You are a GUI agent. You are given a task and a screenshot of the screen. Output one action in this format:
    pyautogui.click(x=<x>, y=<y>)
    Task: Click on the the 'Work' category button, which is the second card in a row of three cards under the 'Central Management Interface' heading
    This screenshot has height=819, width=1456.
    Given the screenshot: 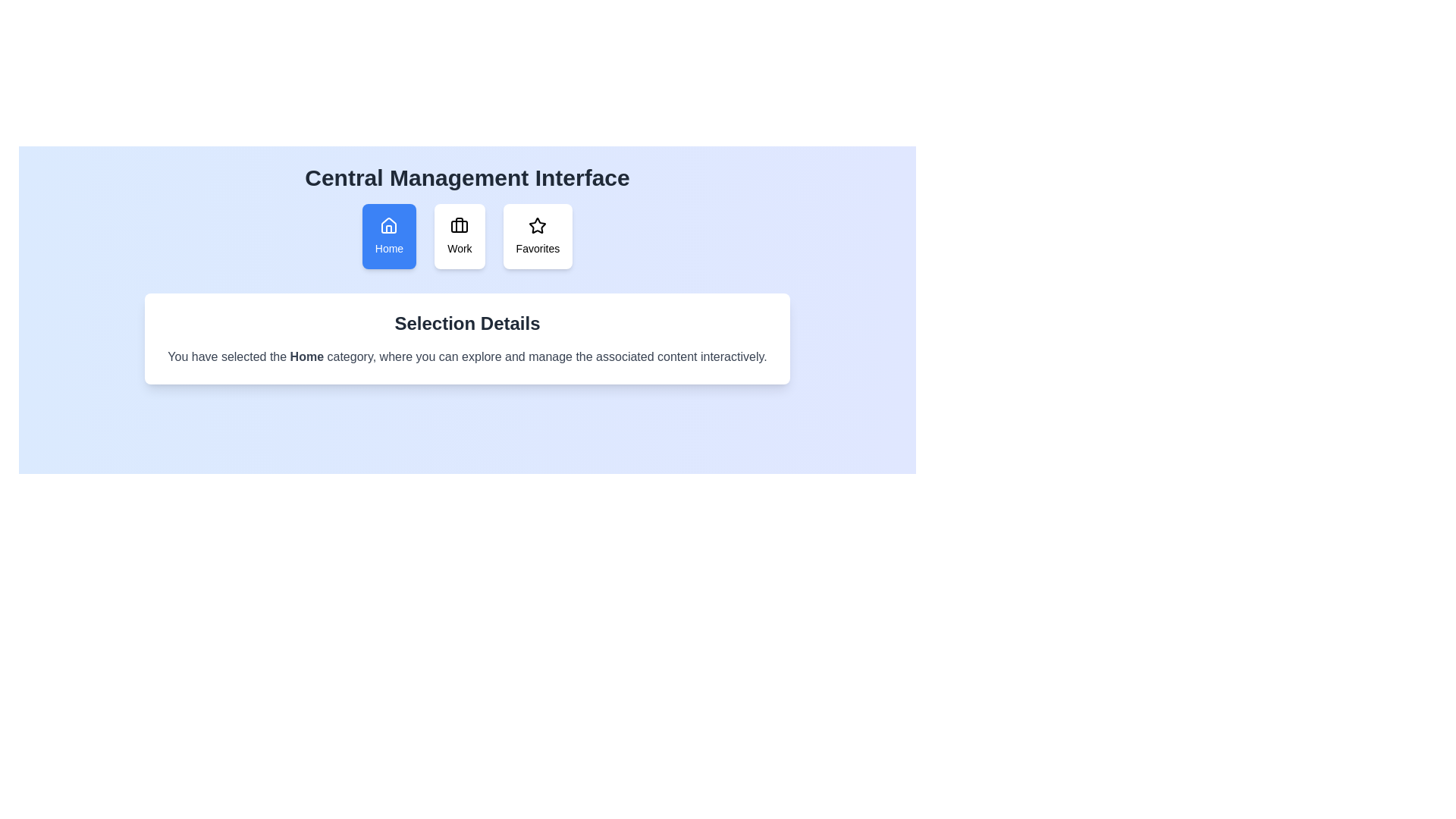 What is the action you would take?
    pyautogui.click(x=459, y=237)
    